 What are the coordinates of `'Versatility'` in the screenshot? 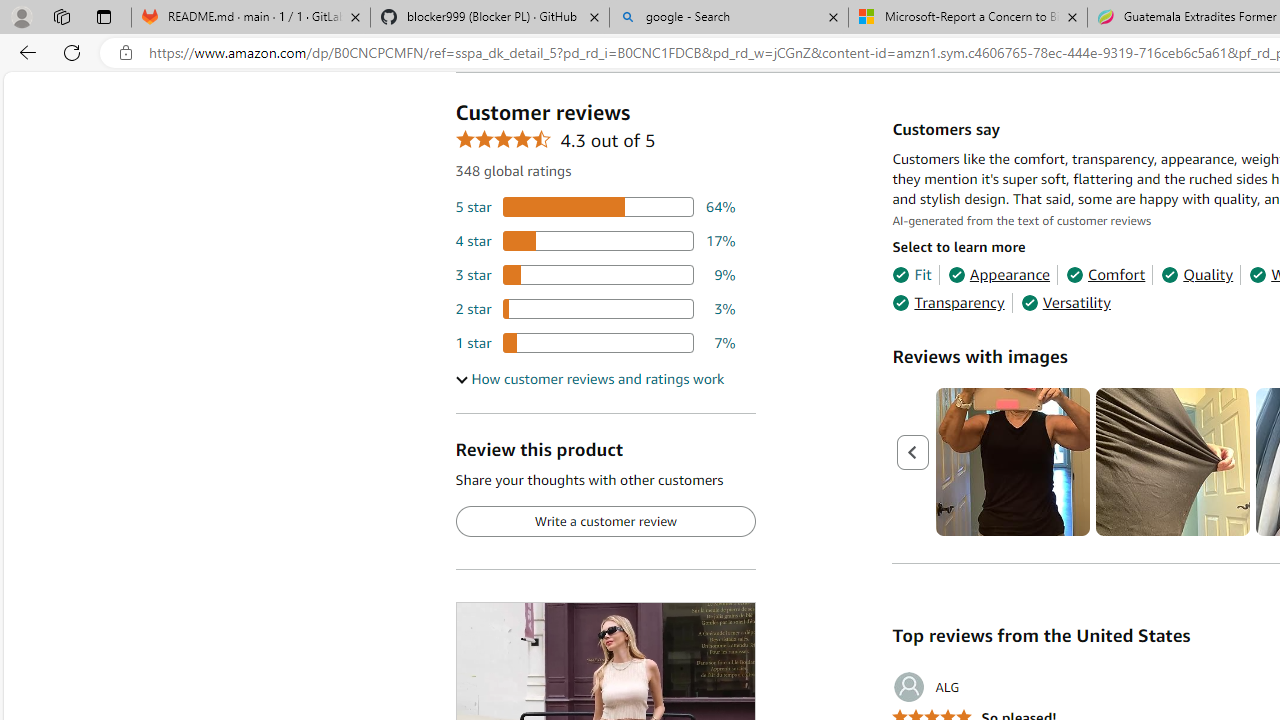 It's located at (1064, 303).